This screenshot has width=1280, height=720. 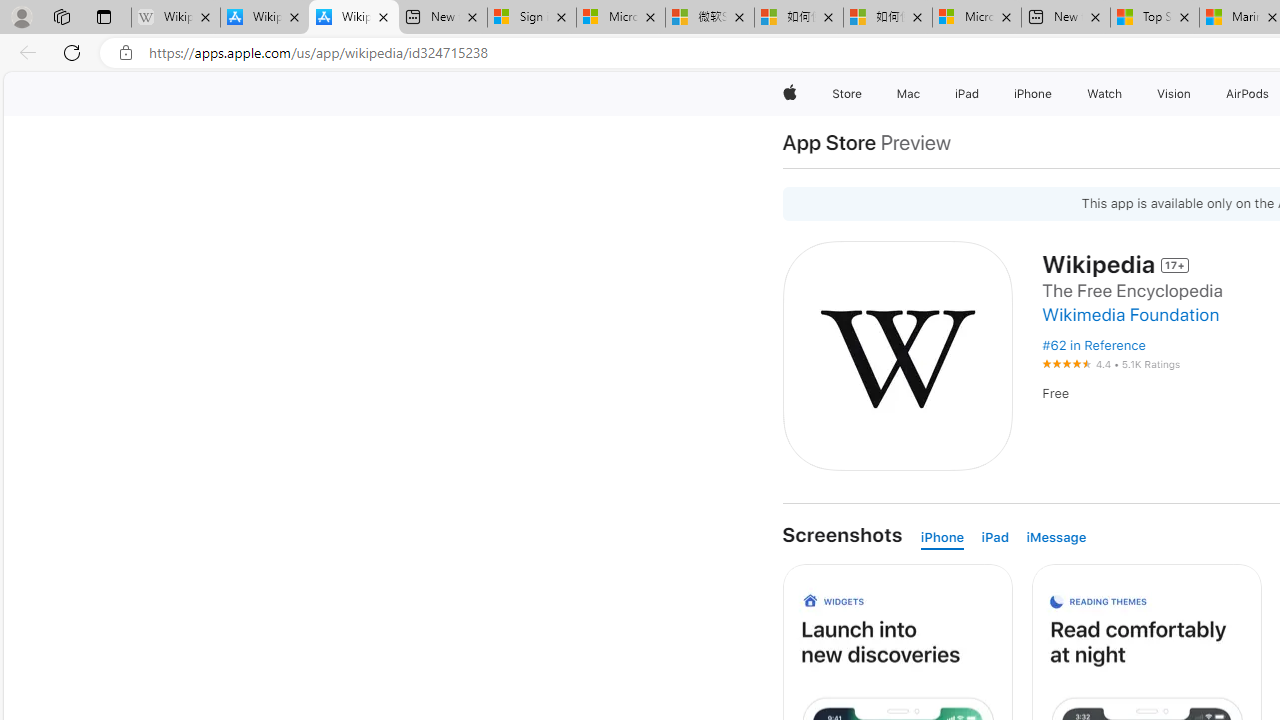 What do you see at coordinates (1195, 93) in the screenshot?
I see `'Vision menu'` at bounding box center [1195, 93].